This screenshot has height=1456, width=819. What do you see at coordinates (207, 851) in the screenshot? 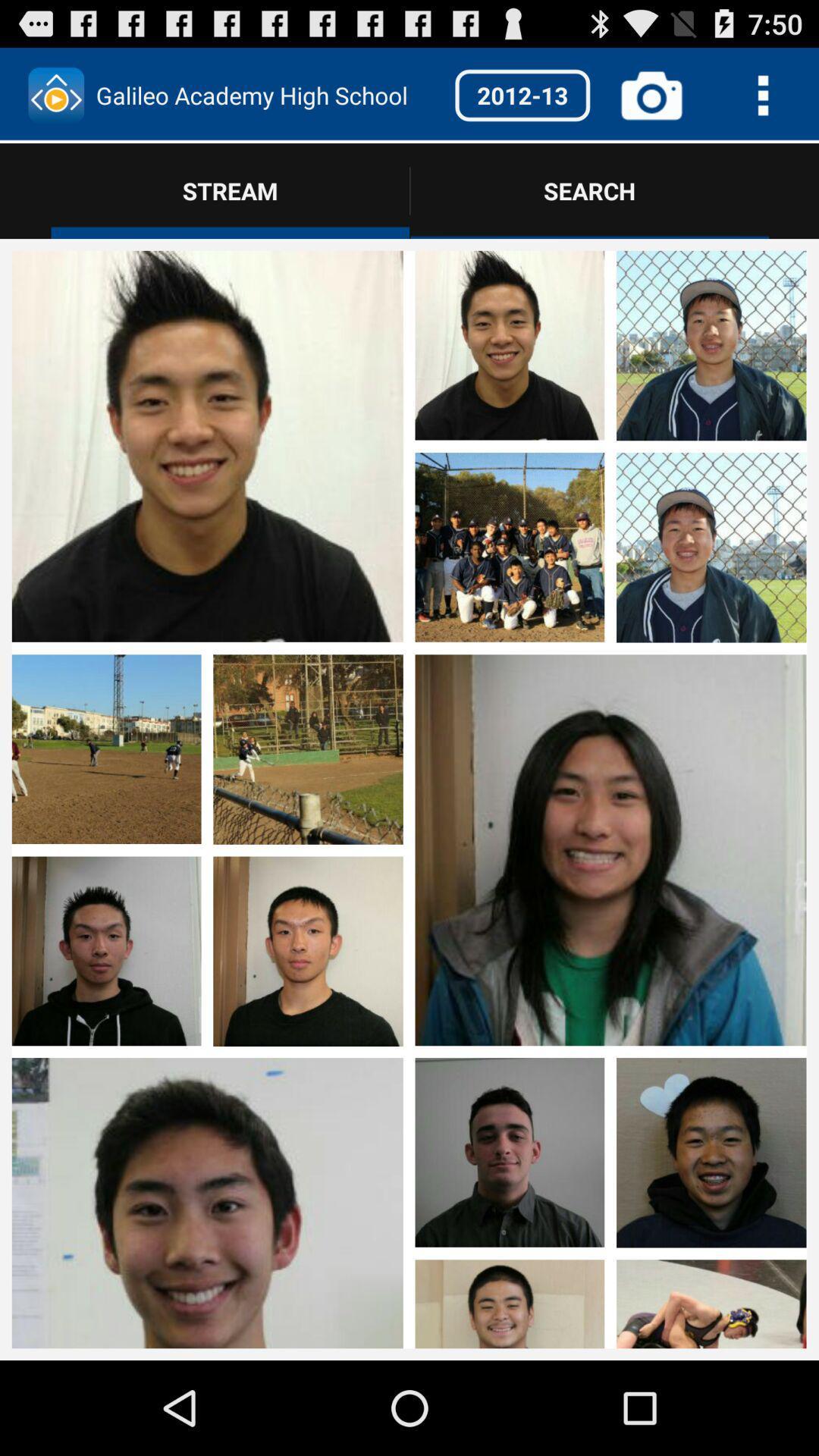
I see `open this set of images` at bounding box center [207, 851].